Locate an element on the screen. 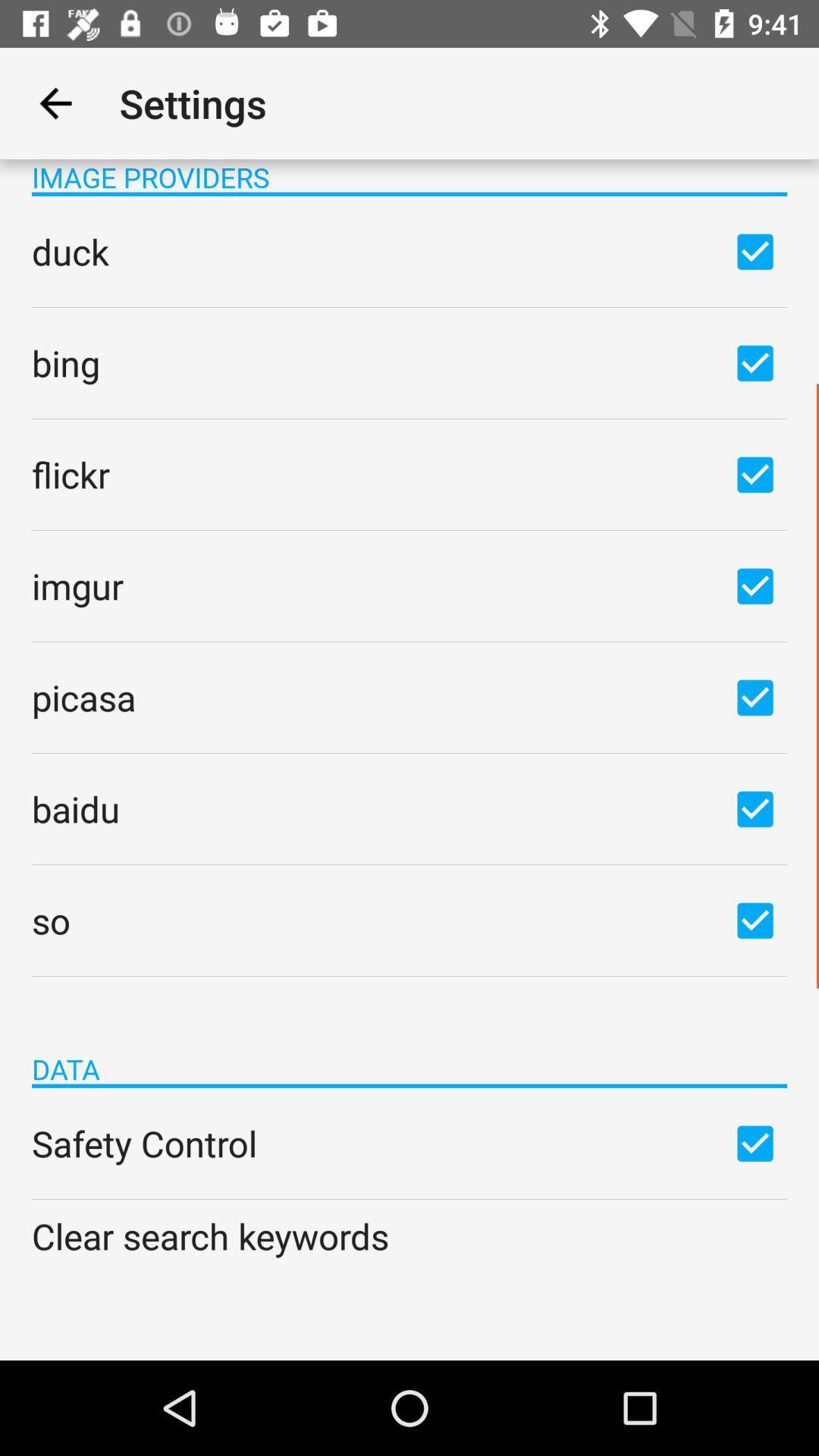  the box is located at coordinates (755, 696).